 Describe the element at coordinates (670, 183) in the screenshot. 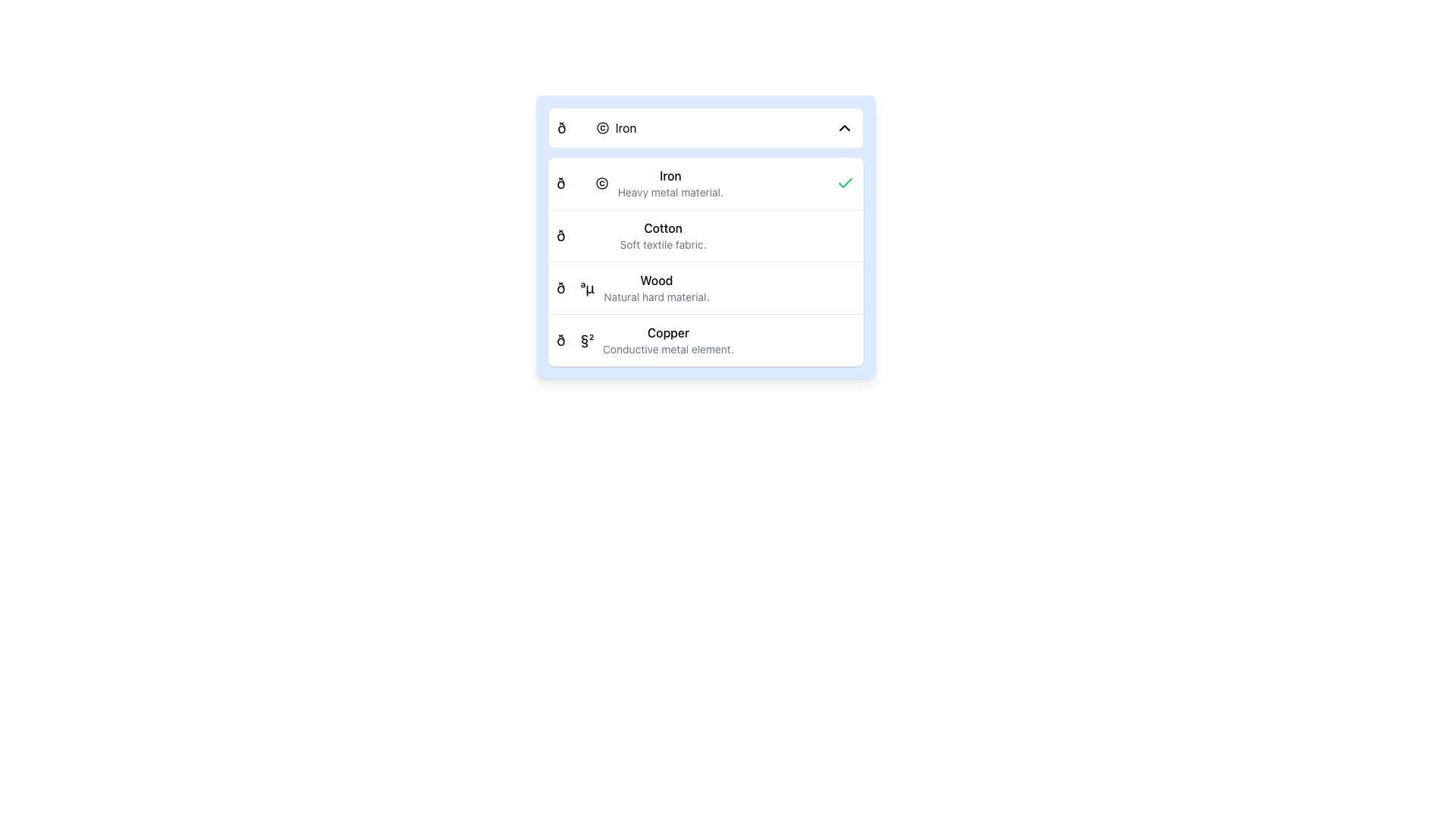

I see `the text block displaying 'Iron' in bold and 'Heavy metal material.' in smaller grey text, which is the second row in a vertically stacked list of items` at that location.